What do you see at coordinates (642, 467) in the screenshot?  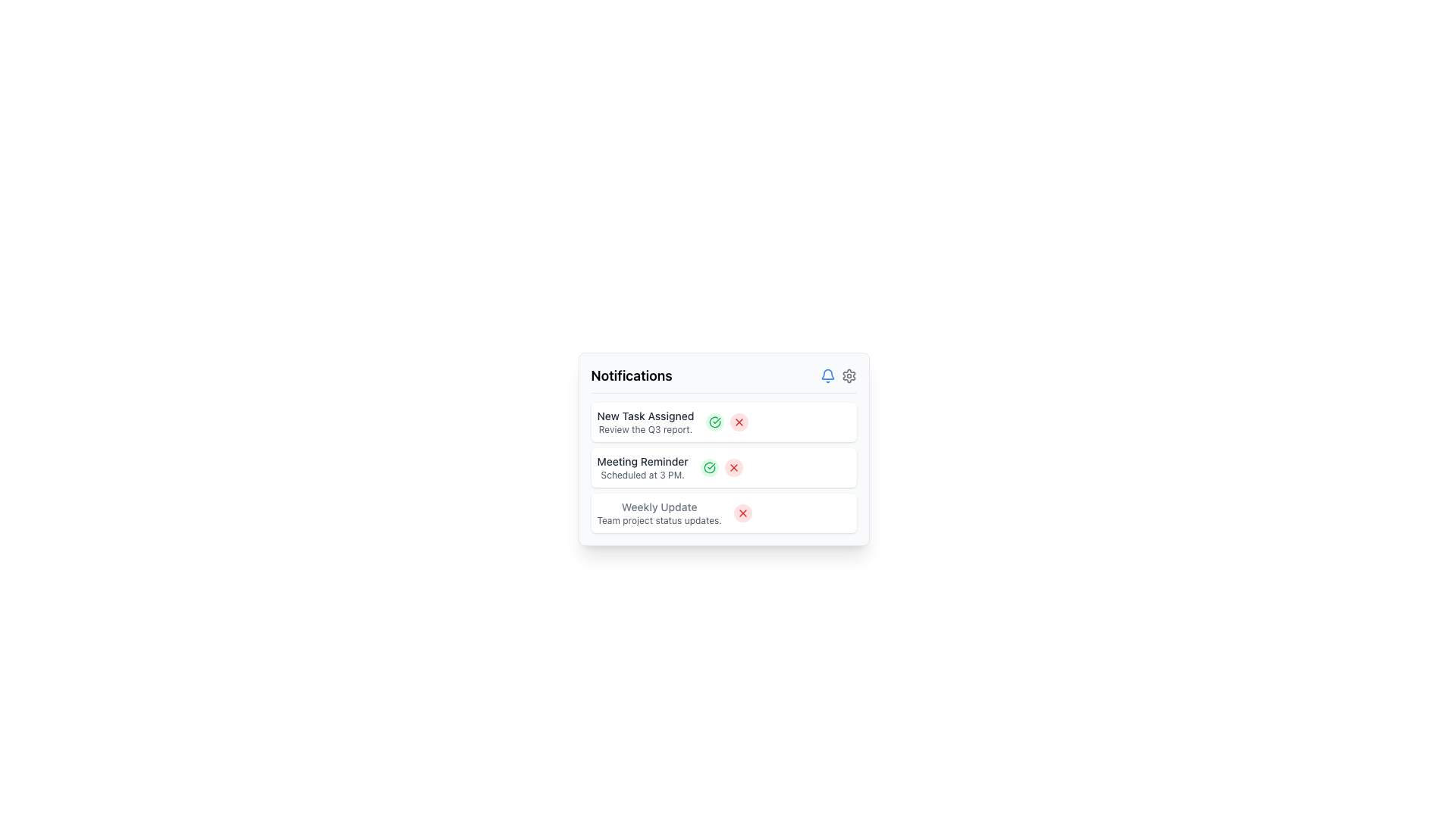 I see `text from the notification titled 'Meeting Reminder' that contains the subtitle 'Scheduled at 3 PM.'` at bounding box center [642, 467].